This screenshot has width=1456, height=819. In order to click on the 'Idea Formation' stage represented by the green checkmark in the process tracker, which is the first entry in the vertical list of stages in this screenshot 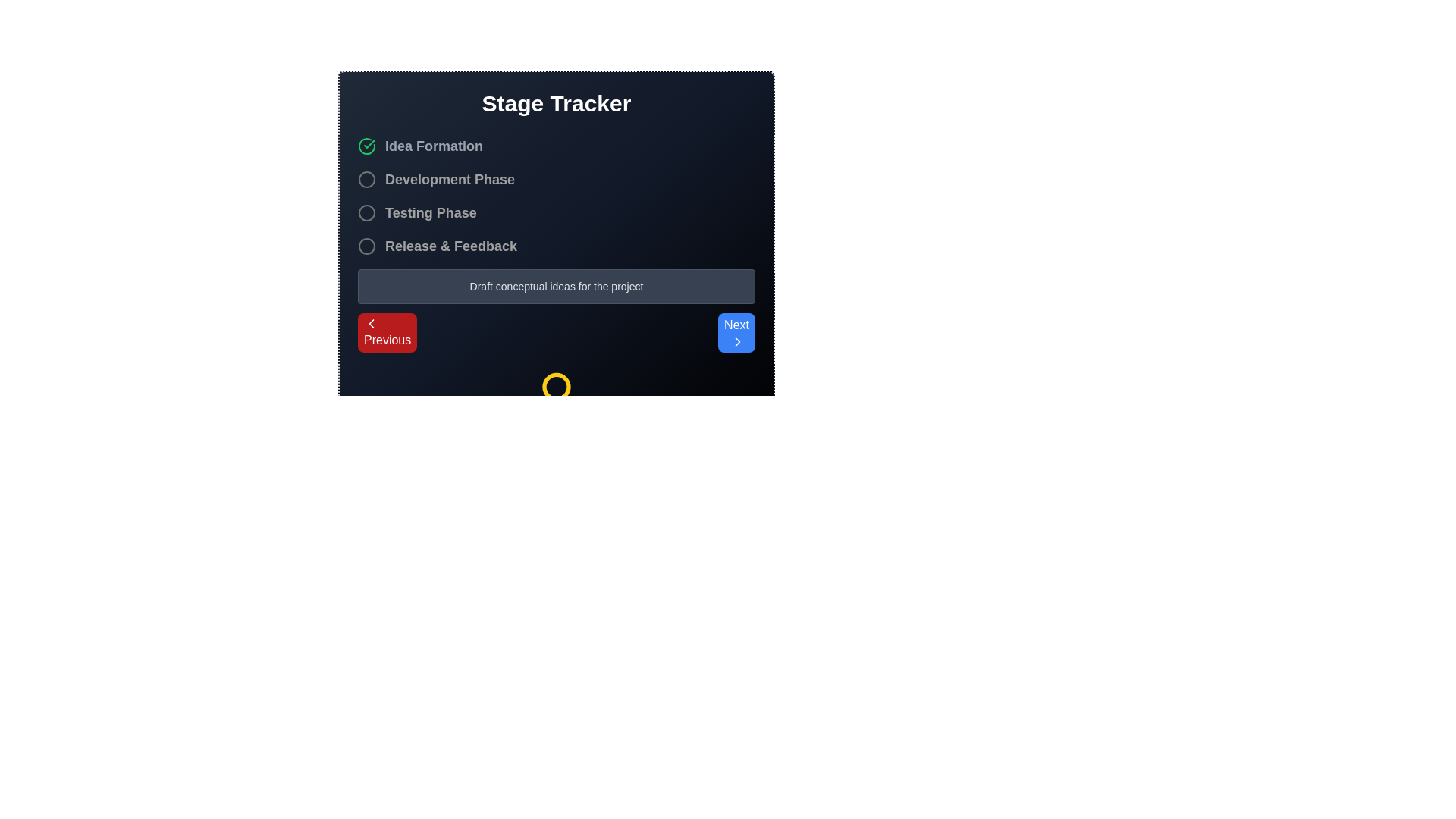, I will do `click(556, 146)`.